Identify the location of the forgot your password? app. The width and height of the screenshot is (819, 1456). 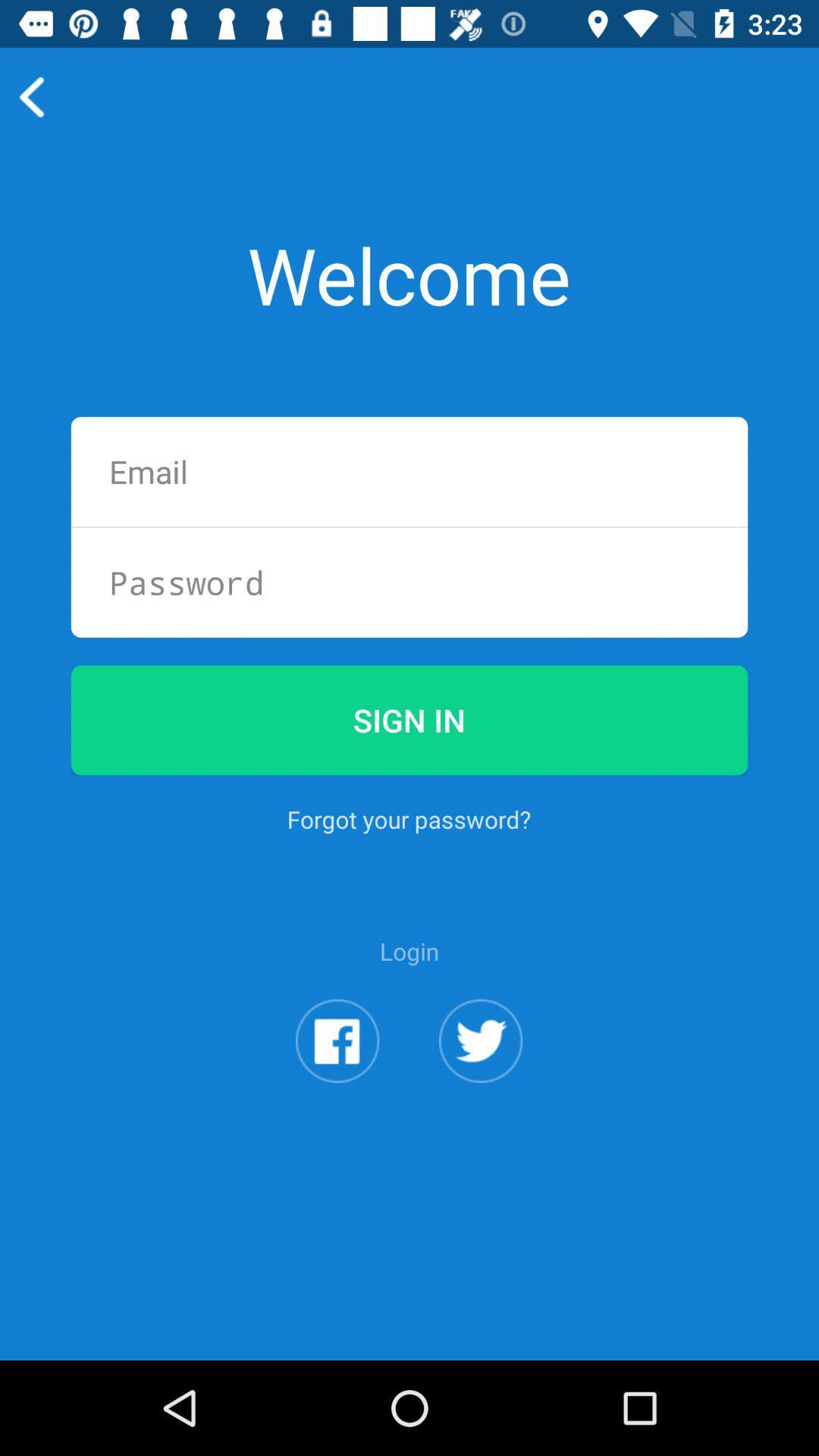
(408, 818).